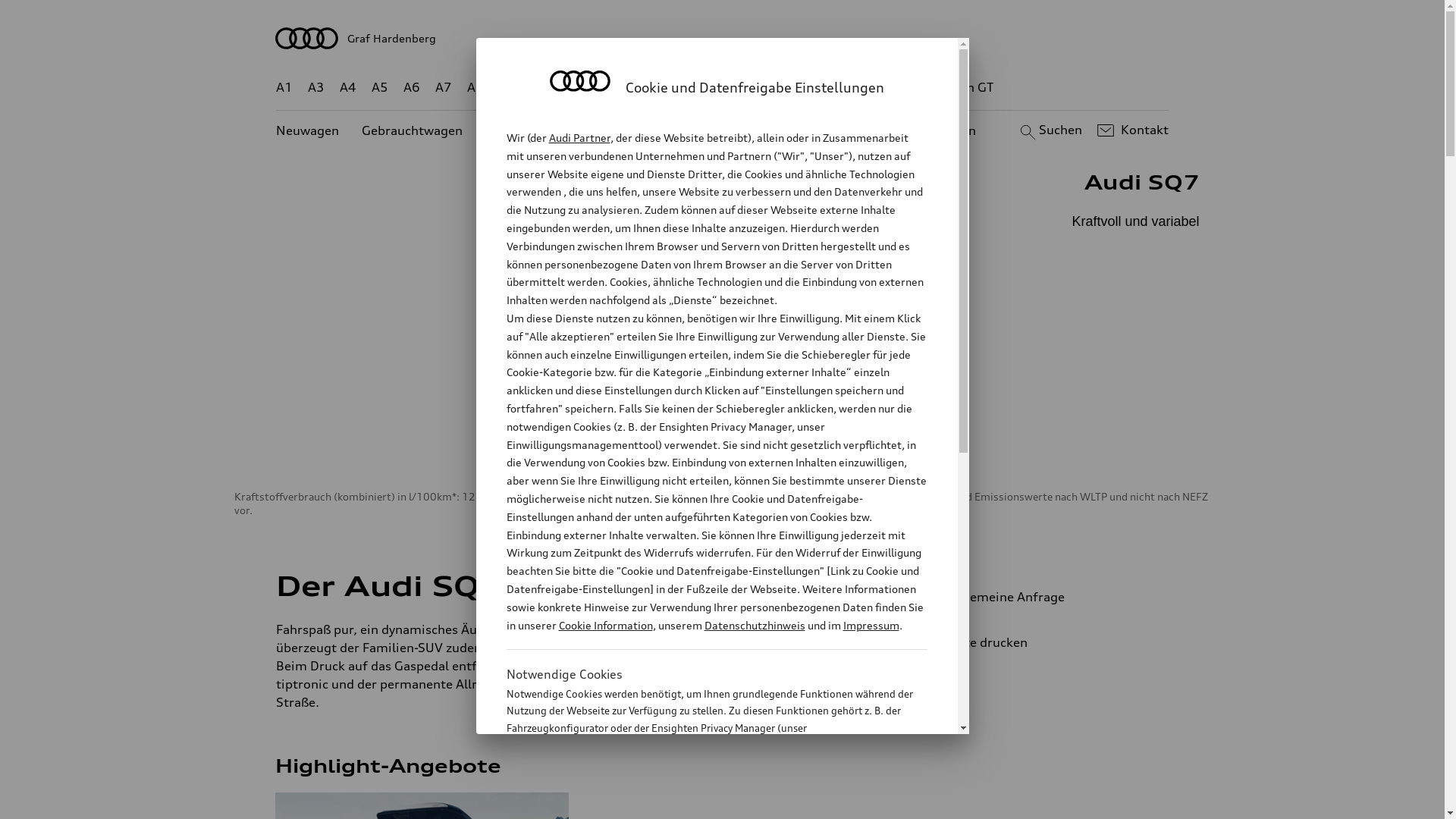  I want to click on 'Suchen', so click(1048, 130).